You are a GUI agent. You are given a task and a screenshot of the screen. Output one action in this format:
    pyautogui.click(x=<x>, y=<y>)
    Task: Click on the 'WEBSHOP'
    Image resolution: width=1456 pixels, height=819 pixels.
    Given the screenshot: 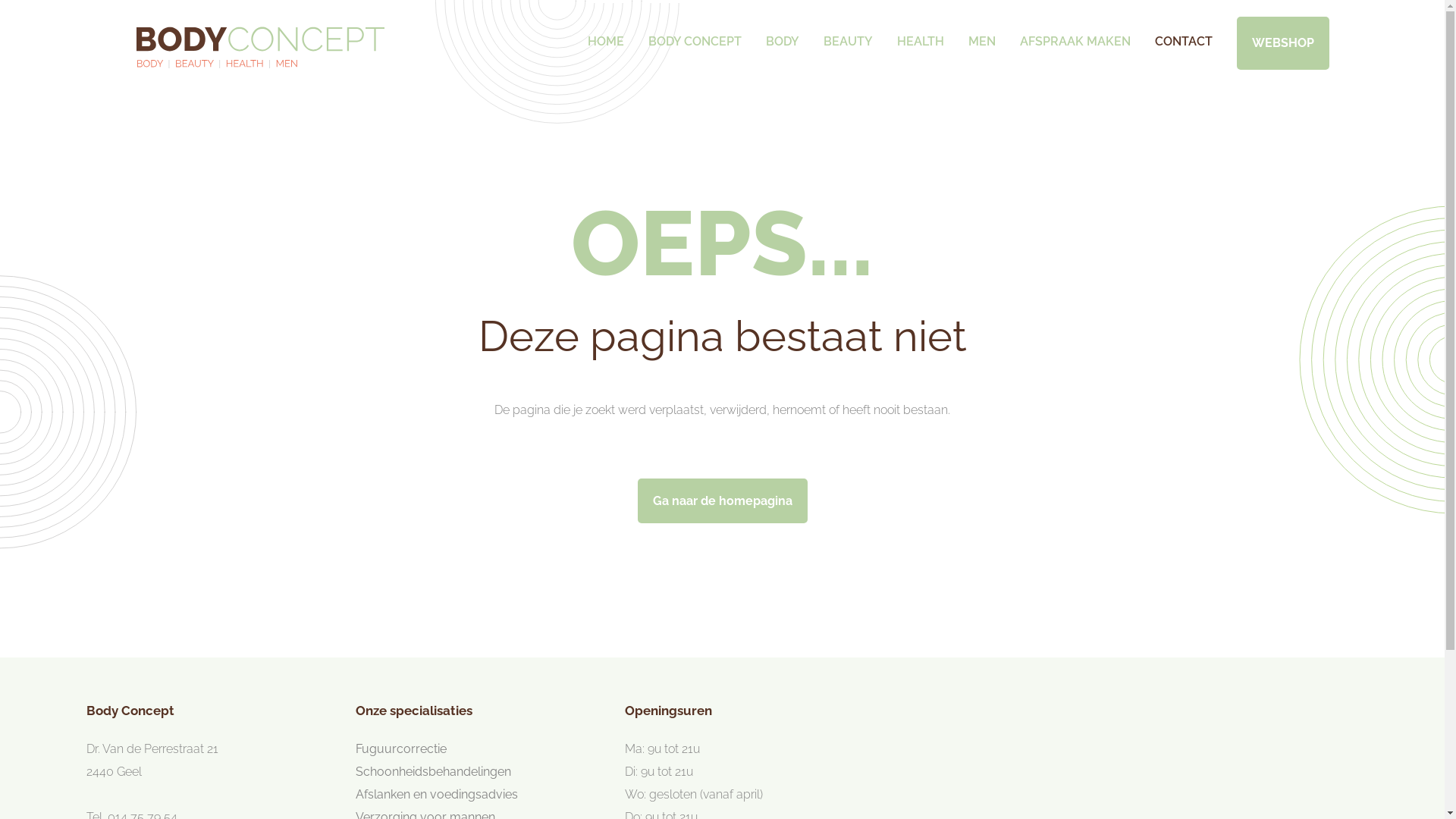 What is the action you would take?
    pyautogui.click(x=1281, y=42)
    